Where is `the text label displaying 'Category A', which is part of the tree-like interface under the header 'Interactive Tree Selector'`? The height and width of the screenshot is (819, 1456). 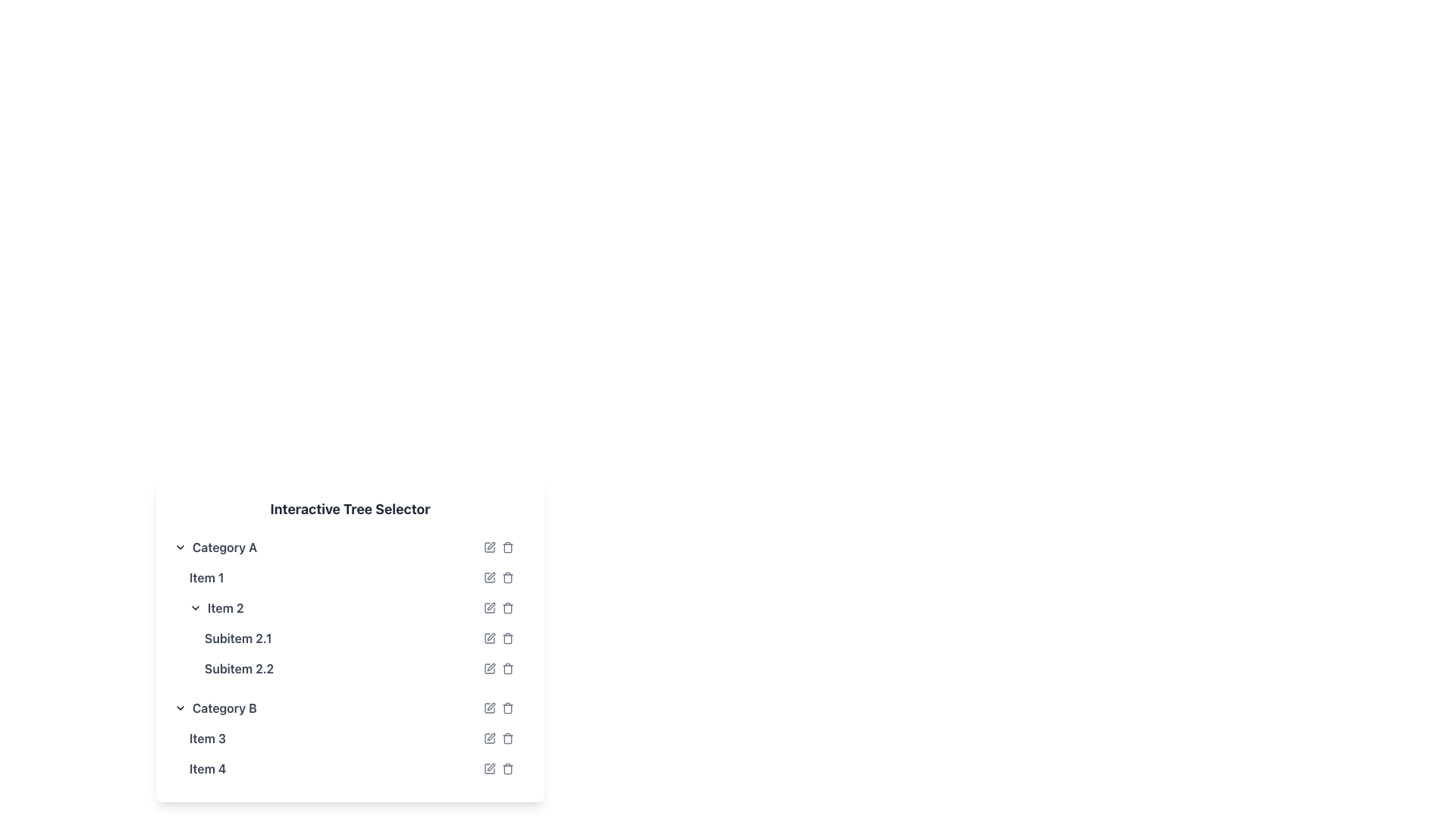 the text label displaying 'Category A', which is part of the tree-like interface under the header 'Interactive Tree Selector' is located at coordinates (224, 547).